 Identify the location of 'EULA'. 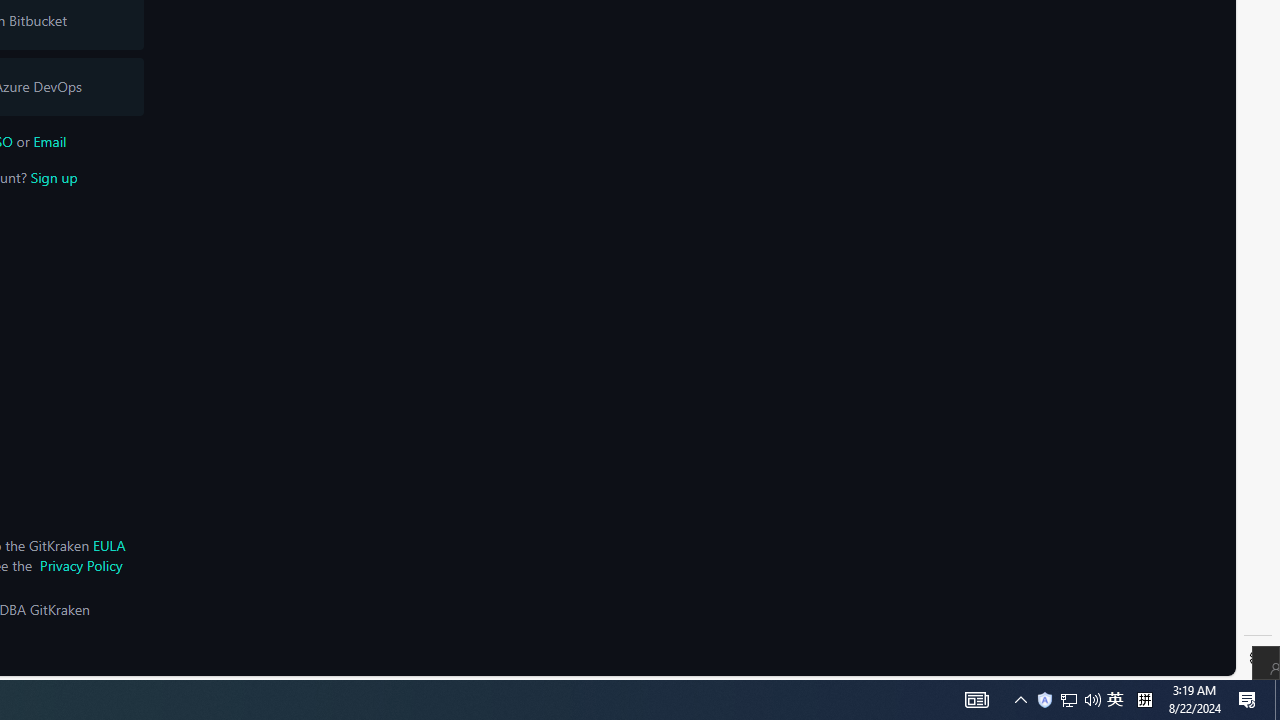
(107, 545).